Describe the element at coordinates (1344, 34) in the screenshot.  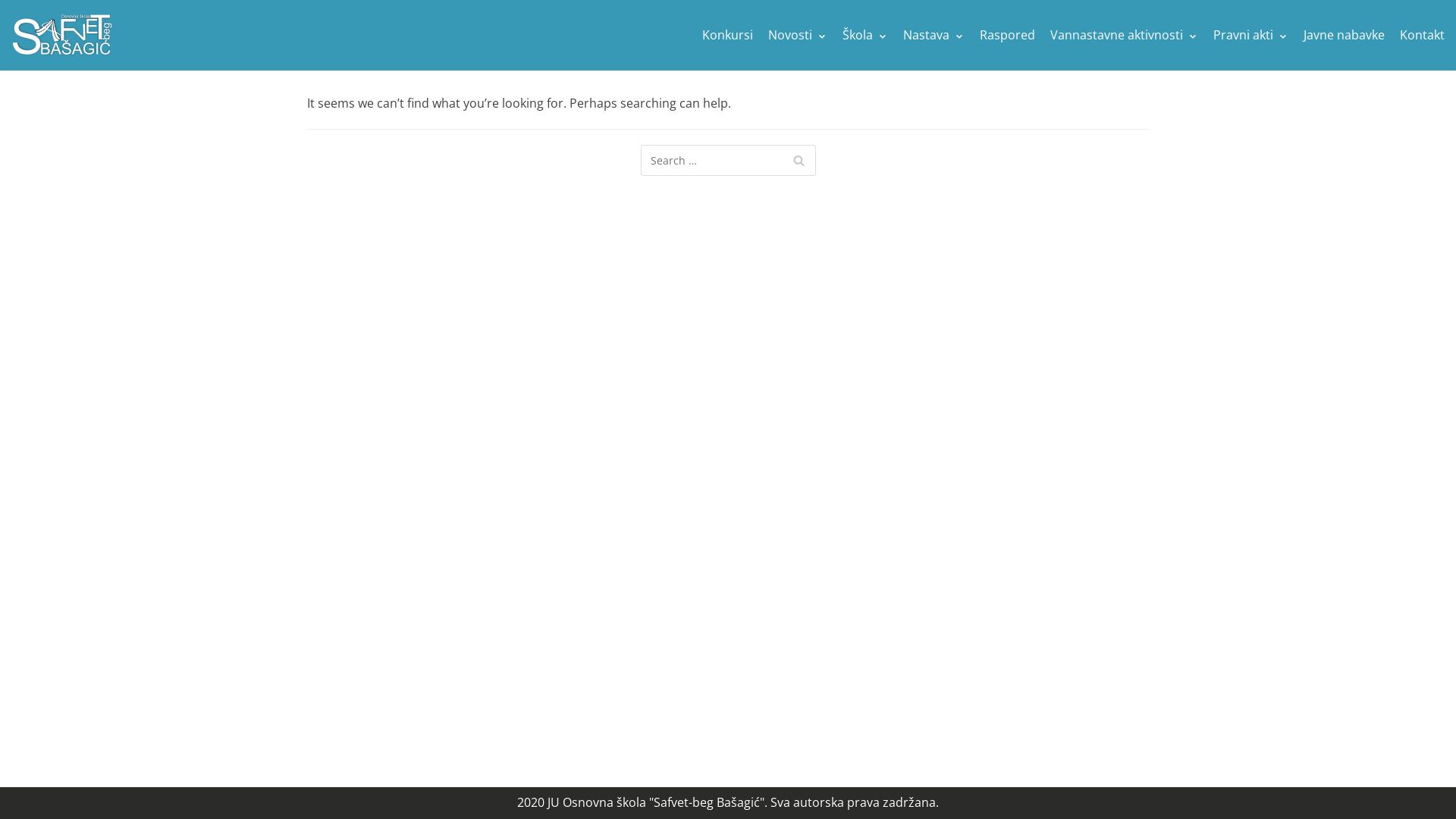
I see `'Javne nabavke'` at that location.